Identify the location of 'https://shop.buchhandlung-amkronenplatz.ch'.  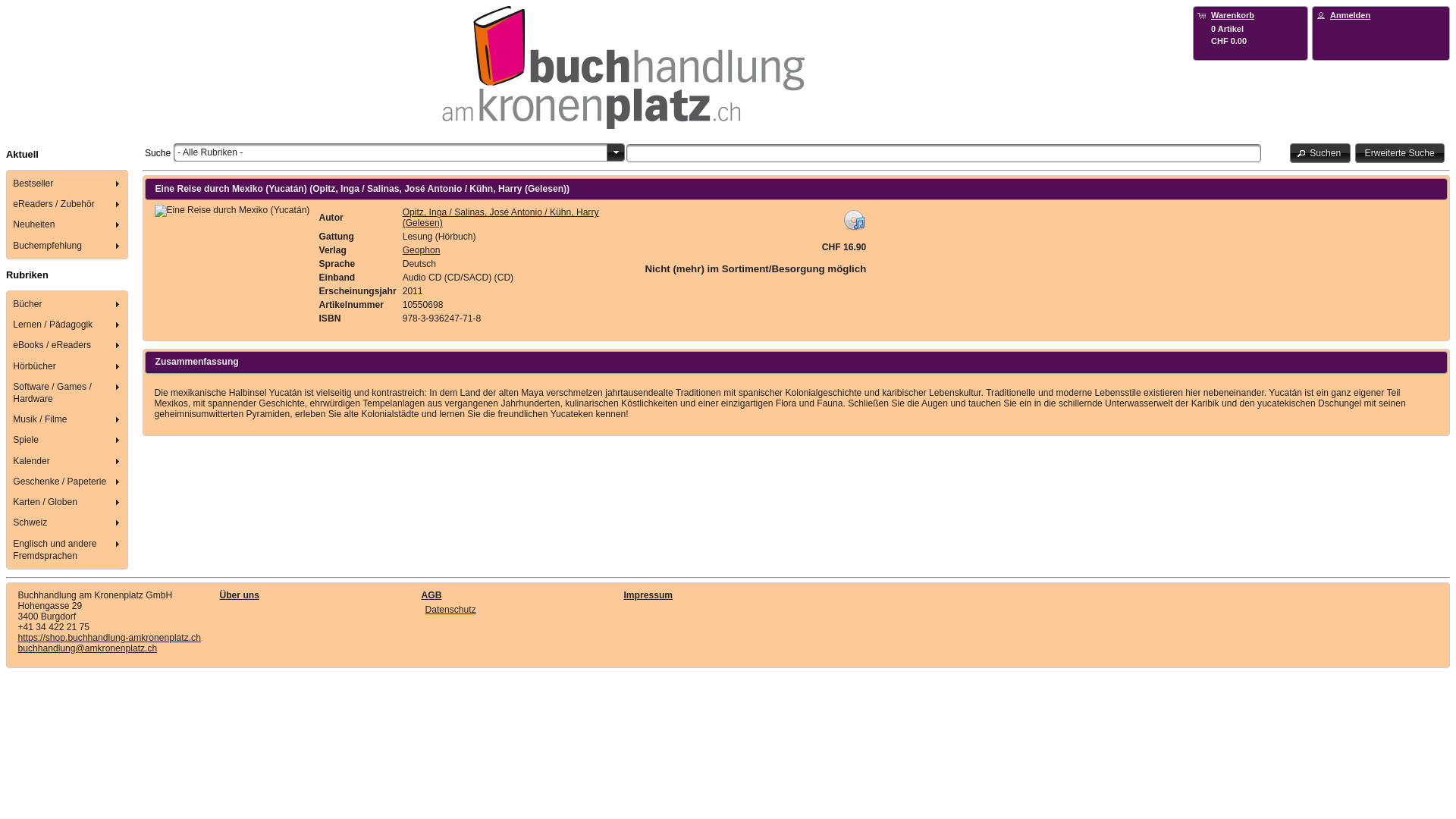
(108, 637).